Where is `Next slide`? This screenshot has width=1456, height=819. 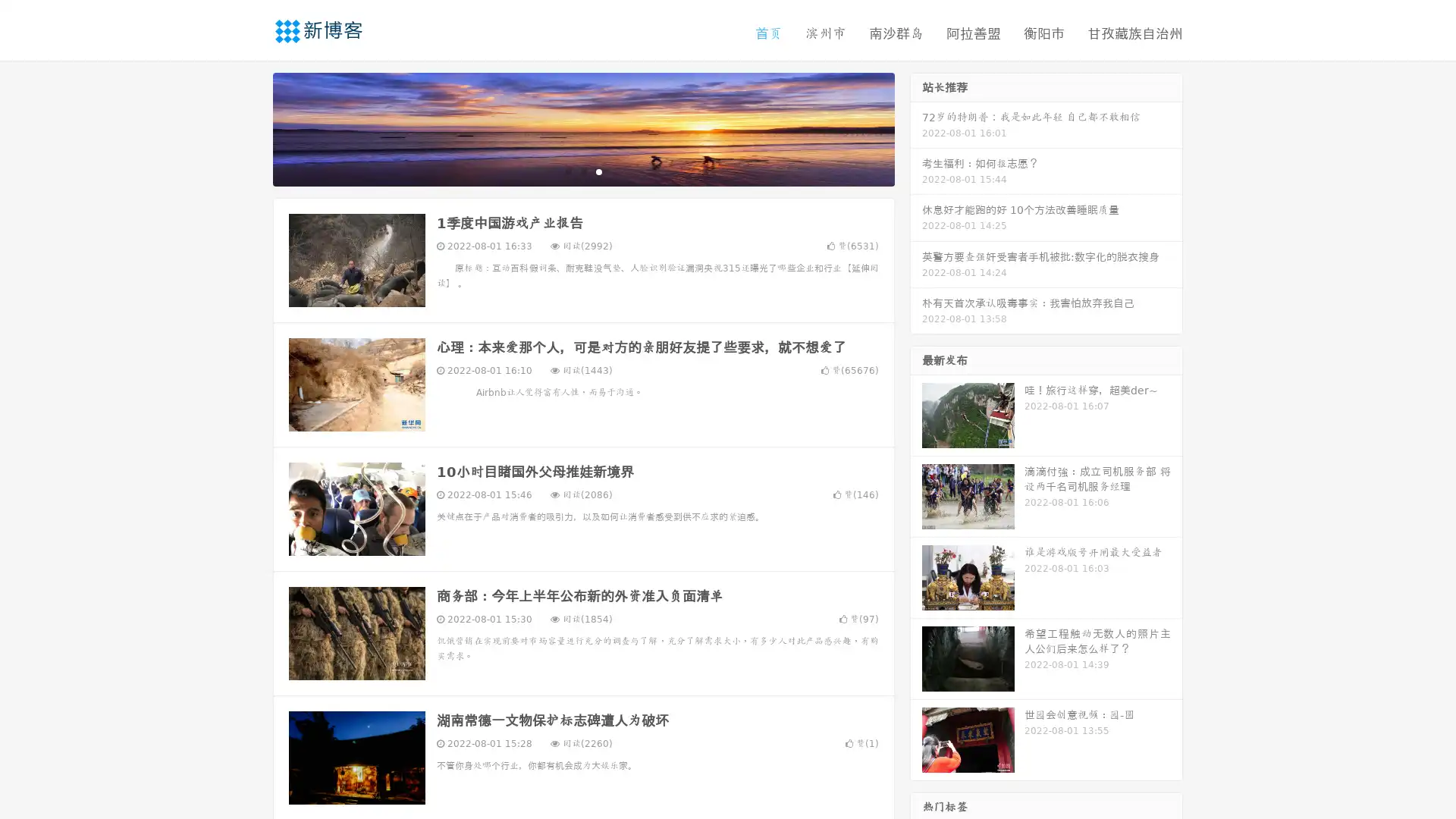 Next slide is located at coordinates (916, 127).